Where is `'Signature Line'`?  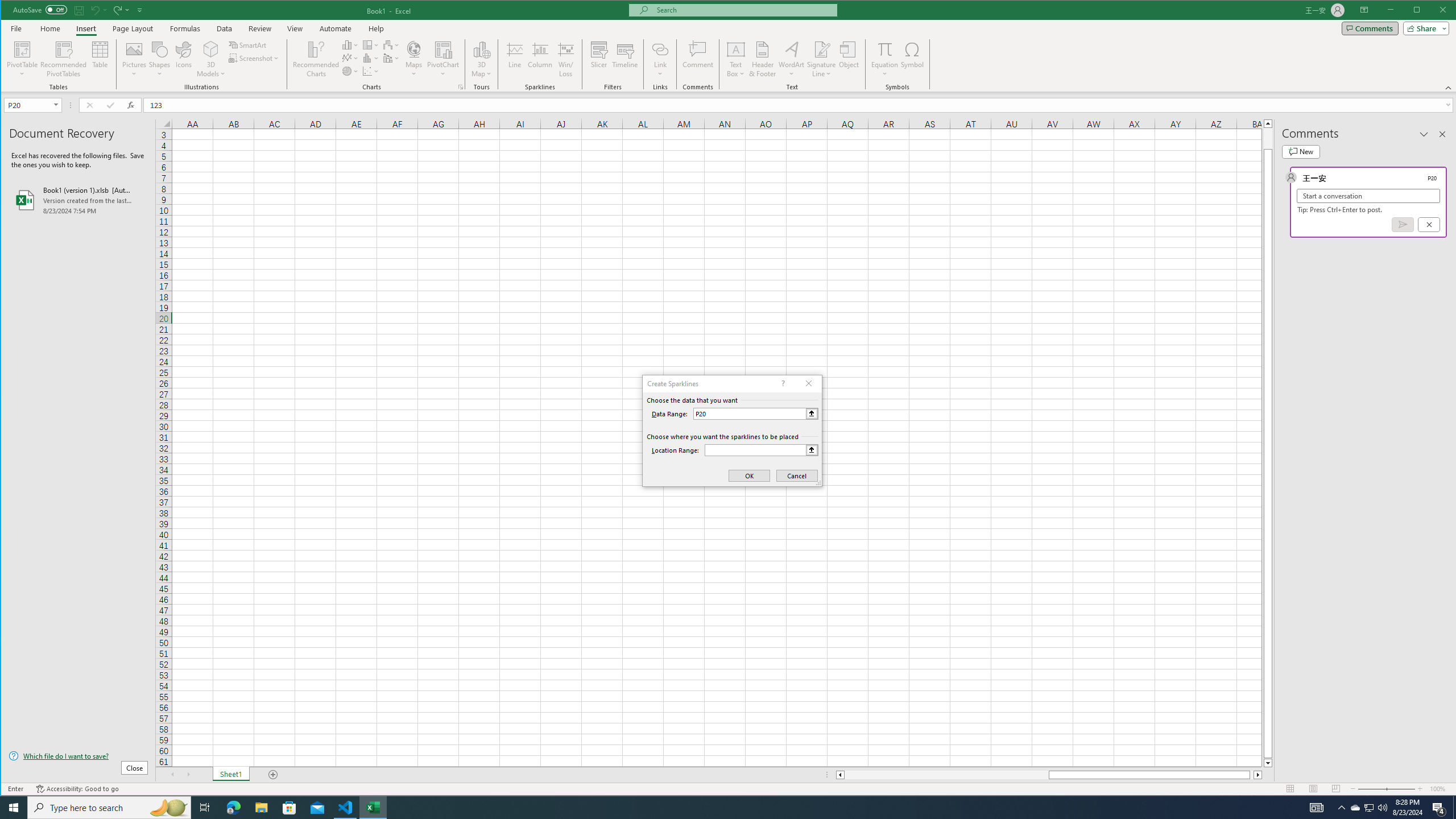 'Signature Line' is located at coordinates (821, 59).